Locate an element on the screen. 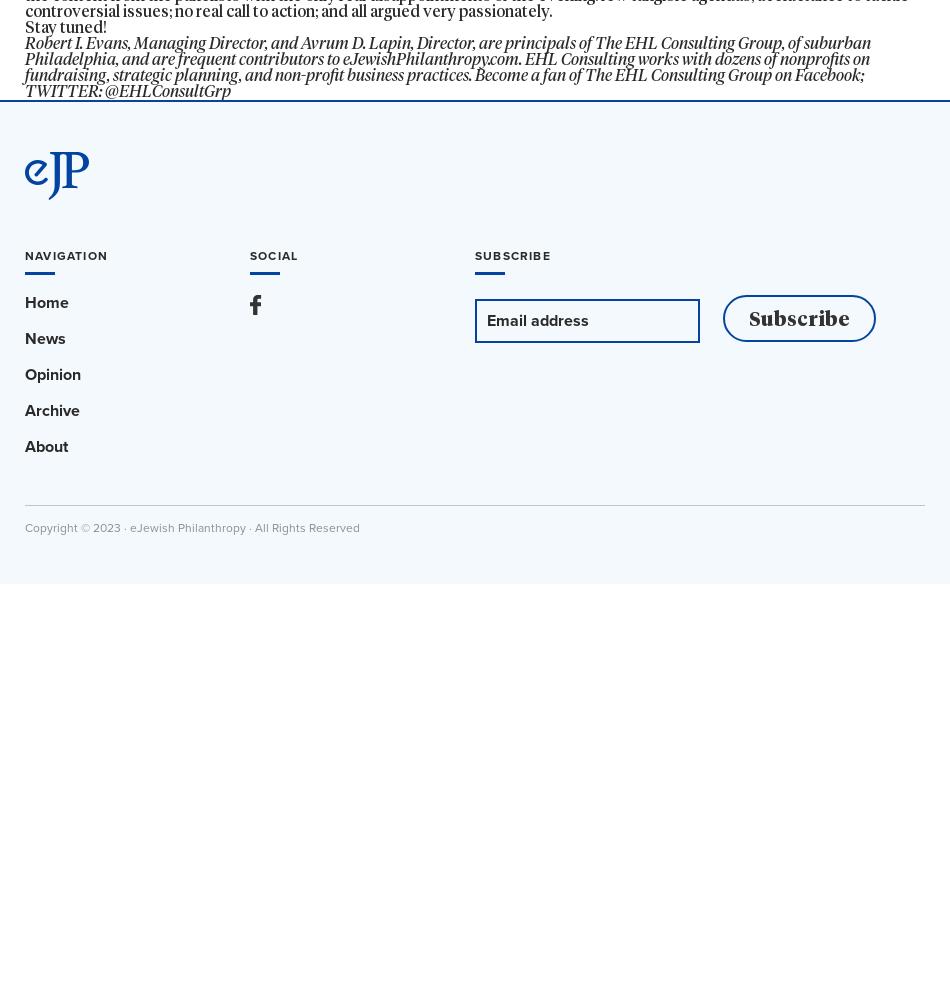 The width and height of the screenshot is (950, 1000). 'Navigation' is located at coordinates (66, 255).